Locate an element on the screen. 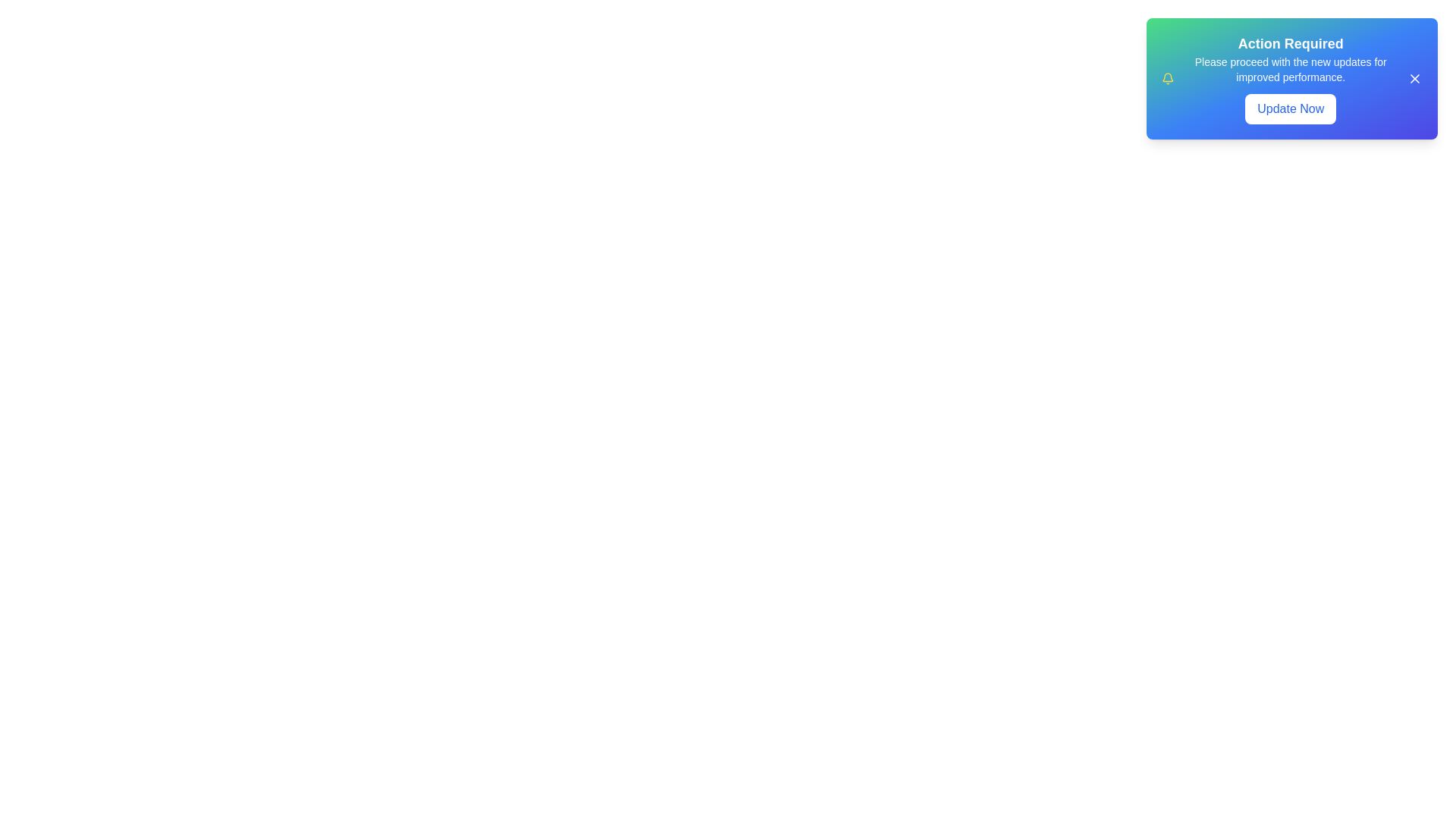 This screenshot has height=819, width=1456. close button (X) to dismiss the snackbar is located at coordinates (1414, 79).